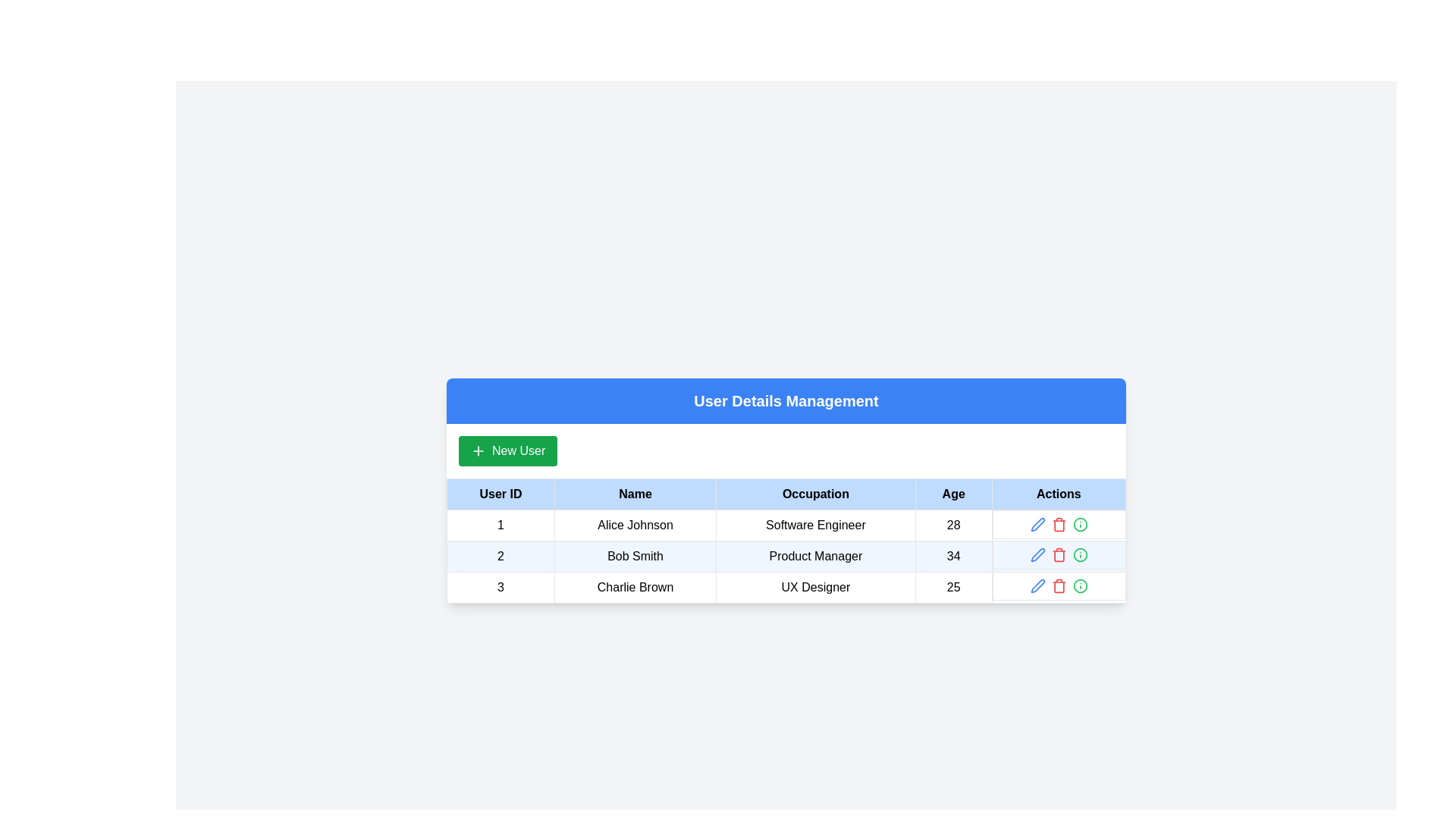 Image resolution: width=1456 pixels, height=819 pixels. Describe the element at coordinates (635, 524) in the screenshot. I see `the Text label displaying 'Alice Johnson' located in the second cell of the first row in the table under the 'Name' column for accessibility` at that location.